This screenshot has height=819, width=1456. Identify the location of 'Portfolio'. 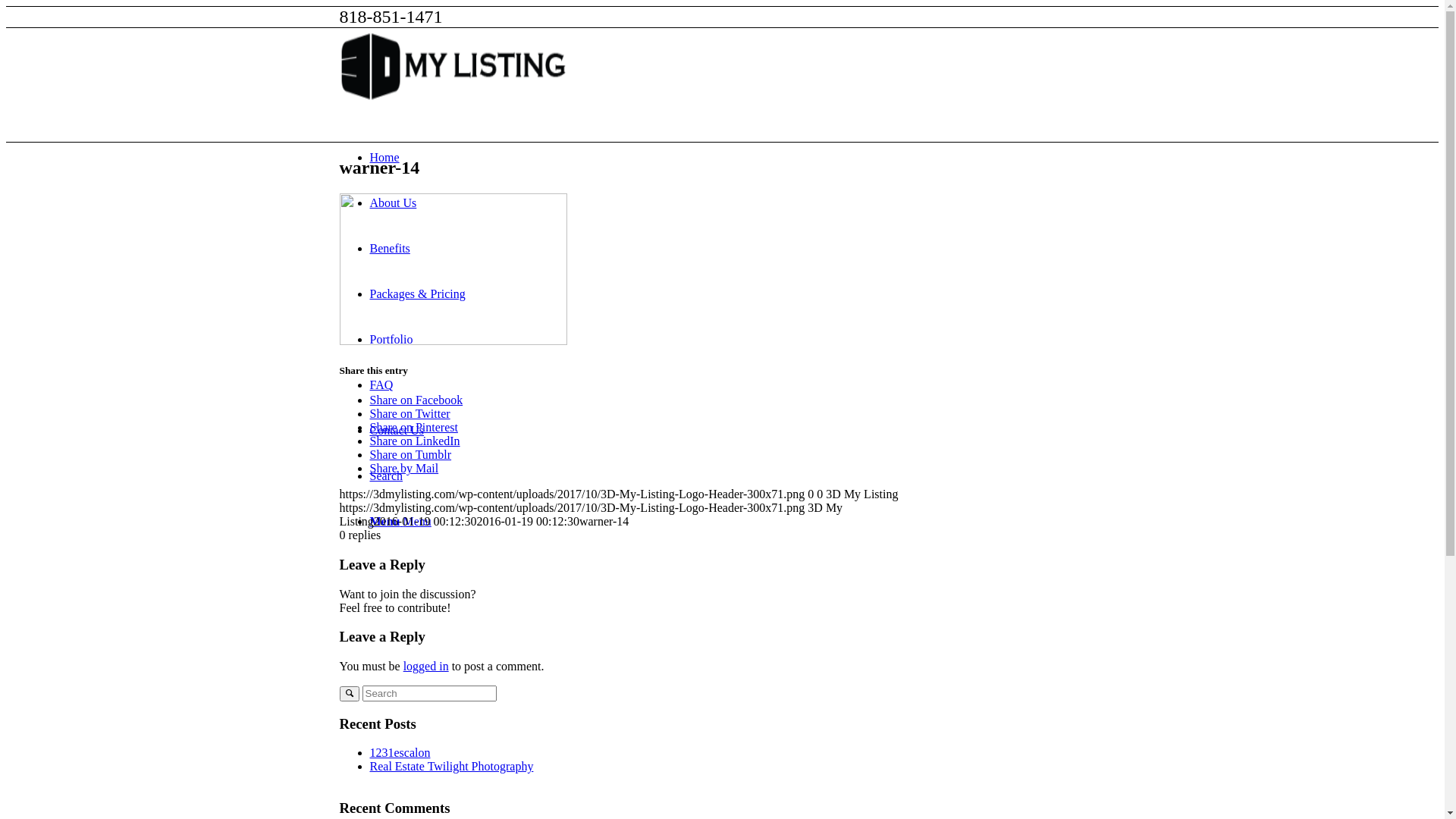
(391, 338).